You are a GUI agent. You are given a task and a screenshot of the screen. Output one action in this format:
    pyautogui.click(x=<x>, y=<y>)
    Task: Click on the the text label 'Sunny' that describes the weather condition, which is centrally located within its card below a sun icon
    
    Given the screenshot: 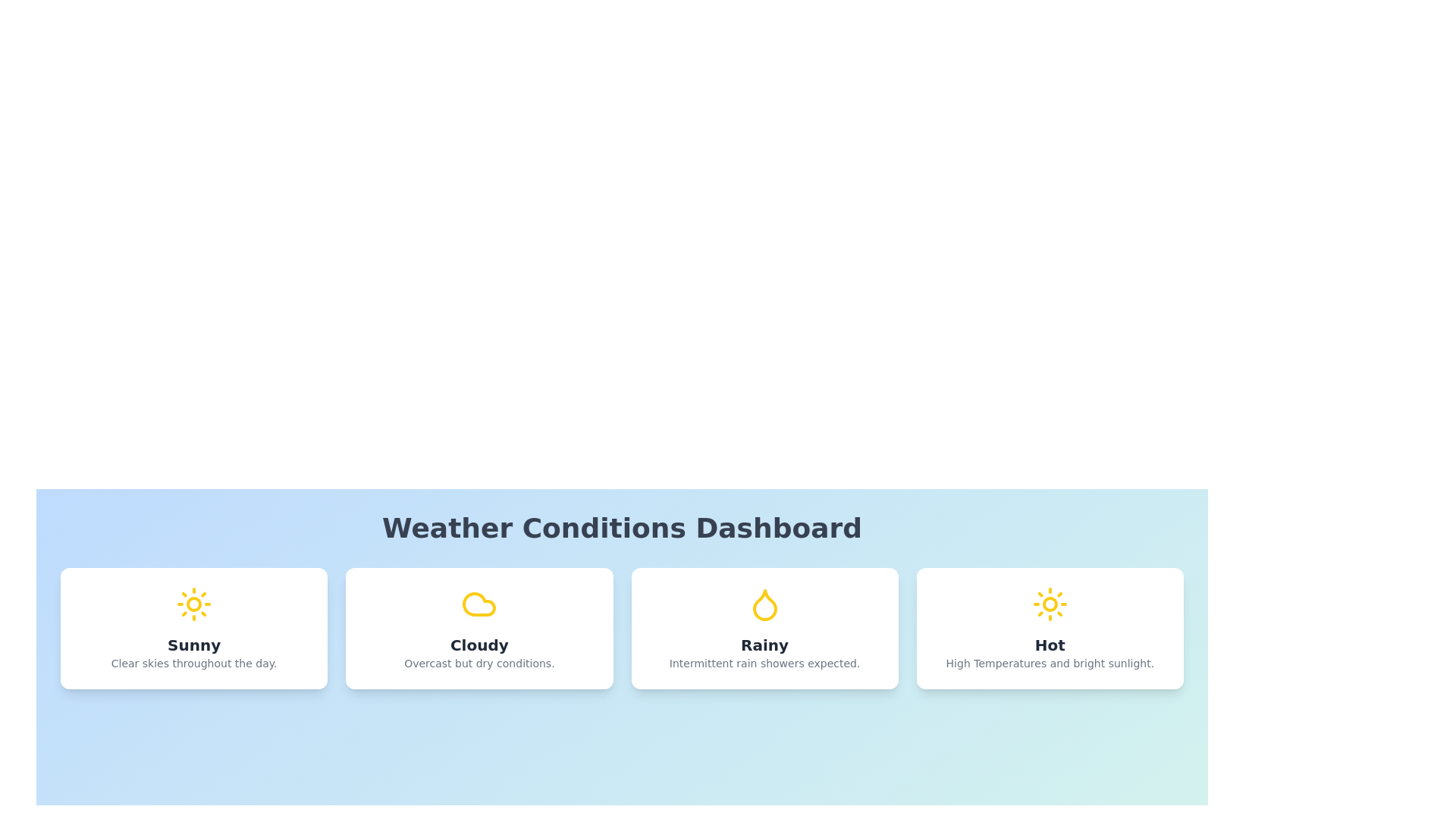 What is the action you would take?
    pyautogui.click(x=193, y=645)
    